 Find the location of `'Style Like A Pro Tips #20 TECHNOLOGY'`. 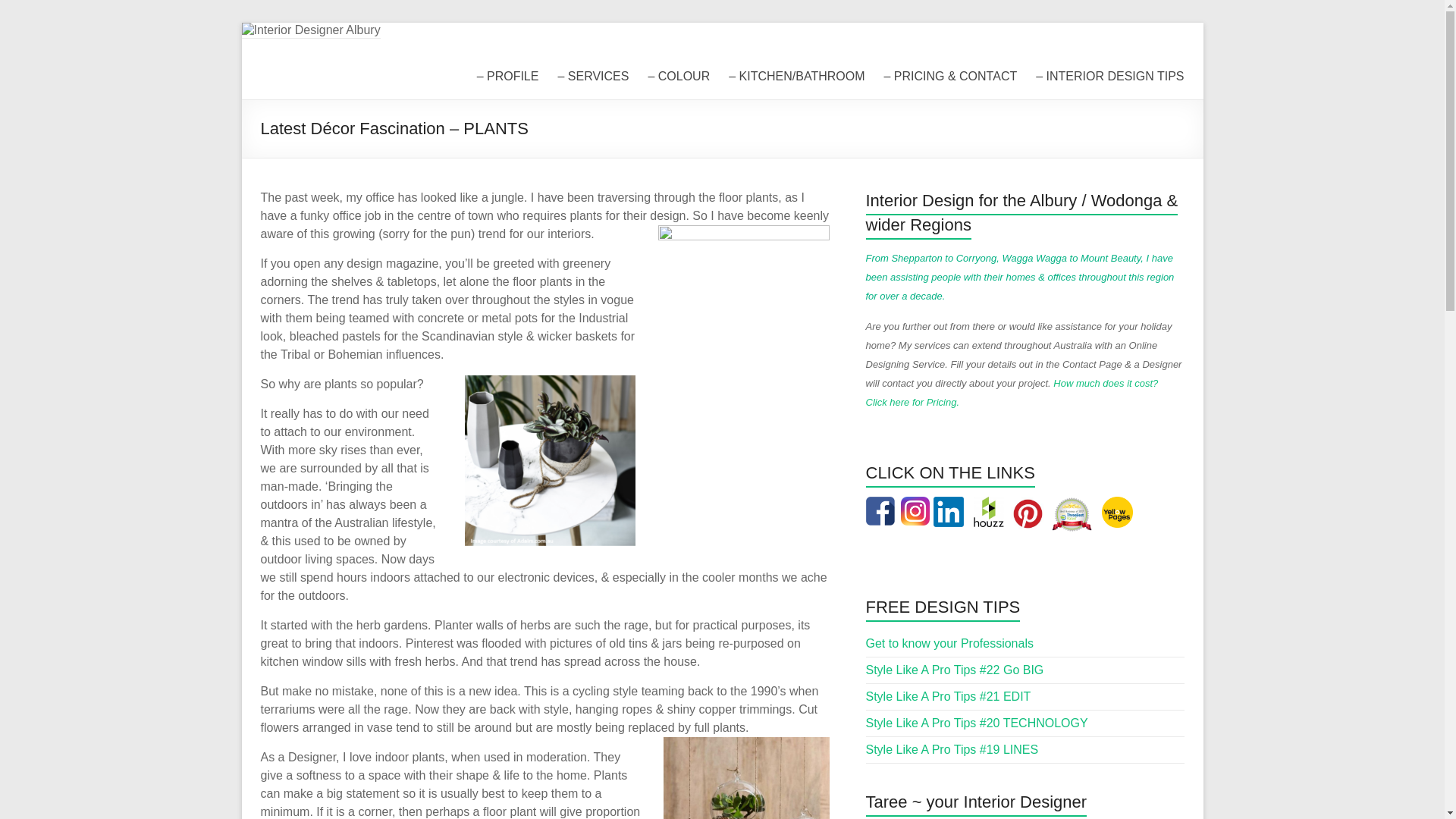

'Style Like A Pro Tips #20 TECHNOLOGY' is located at coordinates (977, 722).